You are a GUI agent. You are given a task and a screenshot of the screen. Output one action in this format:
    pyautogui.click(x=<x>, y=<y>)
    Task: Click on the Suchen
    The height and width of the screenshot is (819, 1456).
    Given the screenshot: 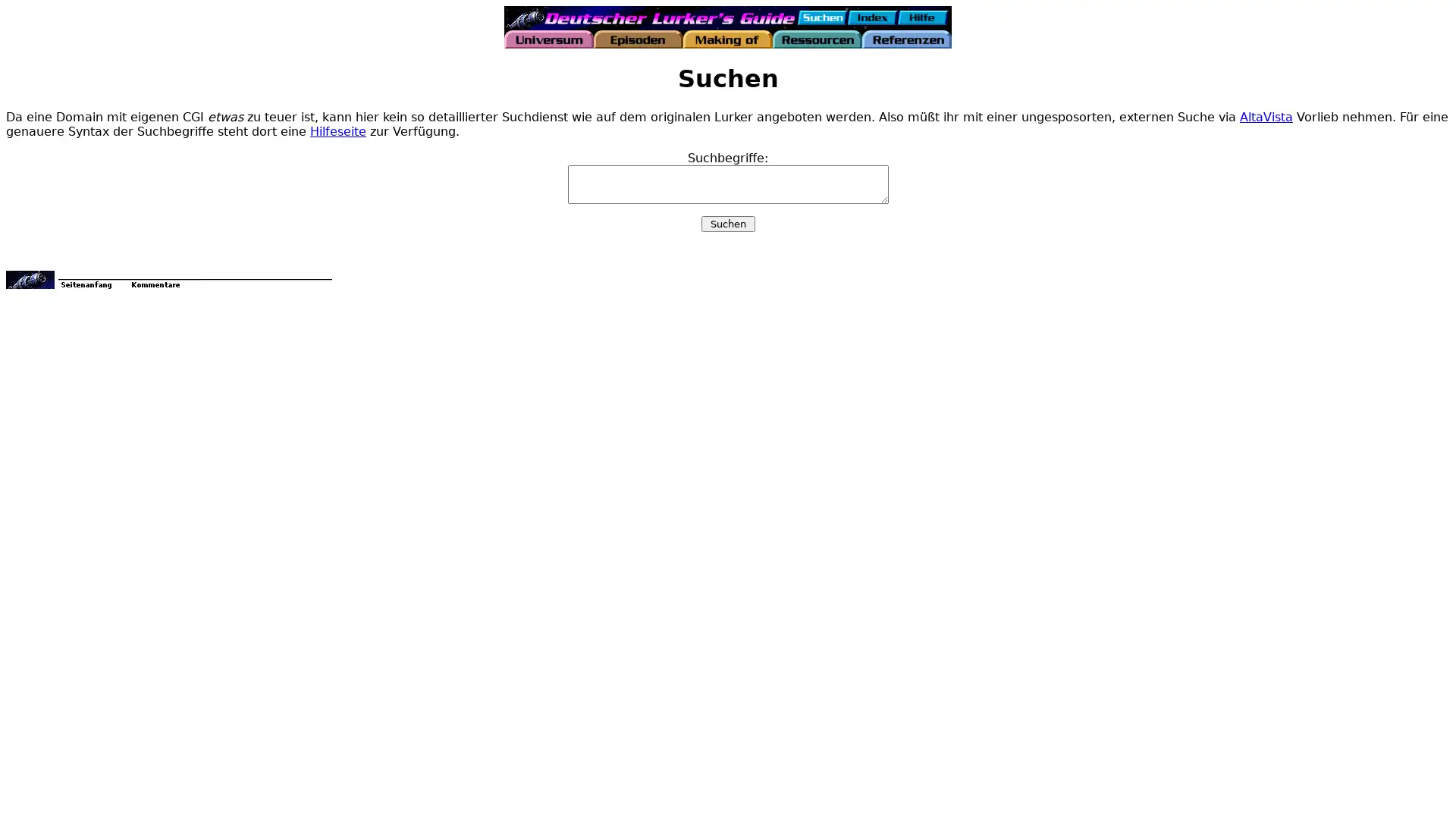 What is the action you would take?
    pyautogui.click(x=726, y=223)
    